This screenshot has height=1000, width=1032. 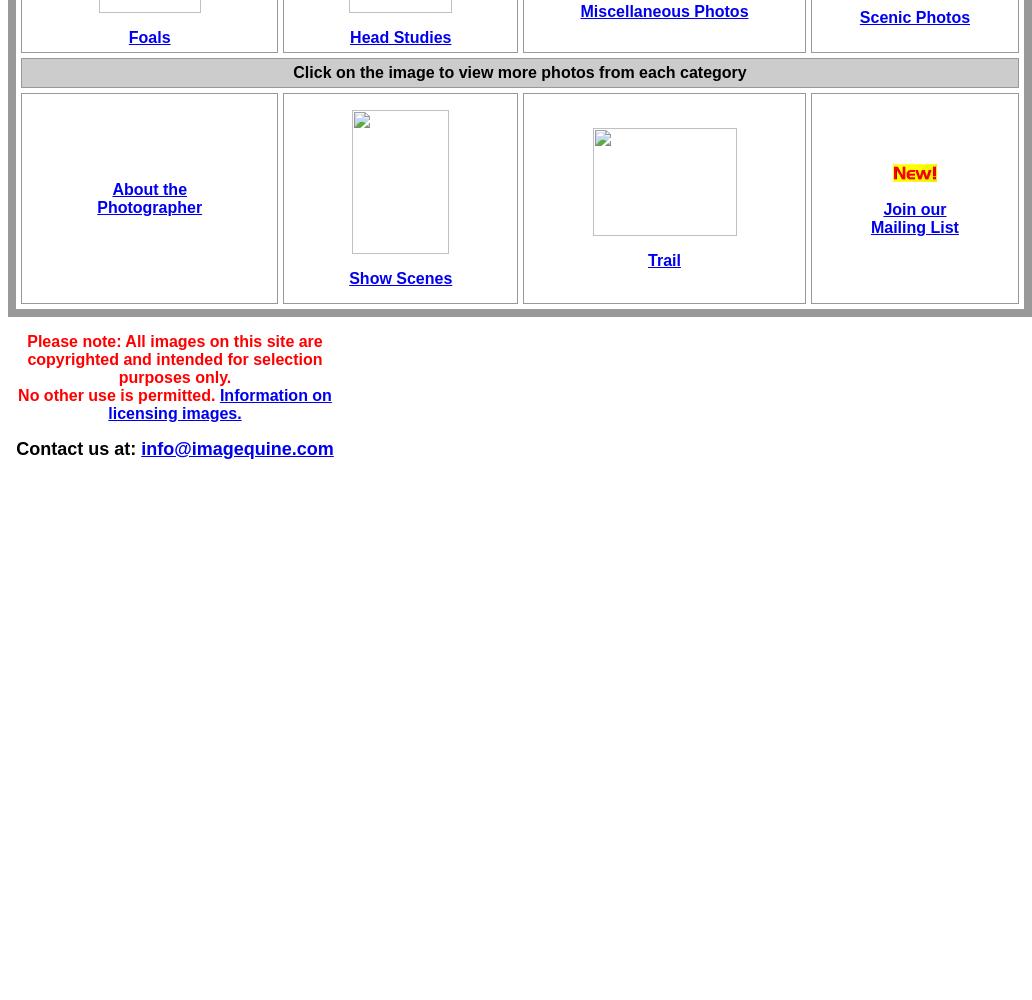 What do you see at coordinates (148, 188) in the screenshot?
I see `'About 
            the'` at bounding box center [148, 188].